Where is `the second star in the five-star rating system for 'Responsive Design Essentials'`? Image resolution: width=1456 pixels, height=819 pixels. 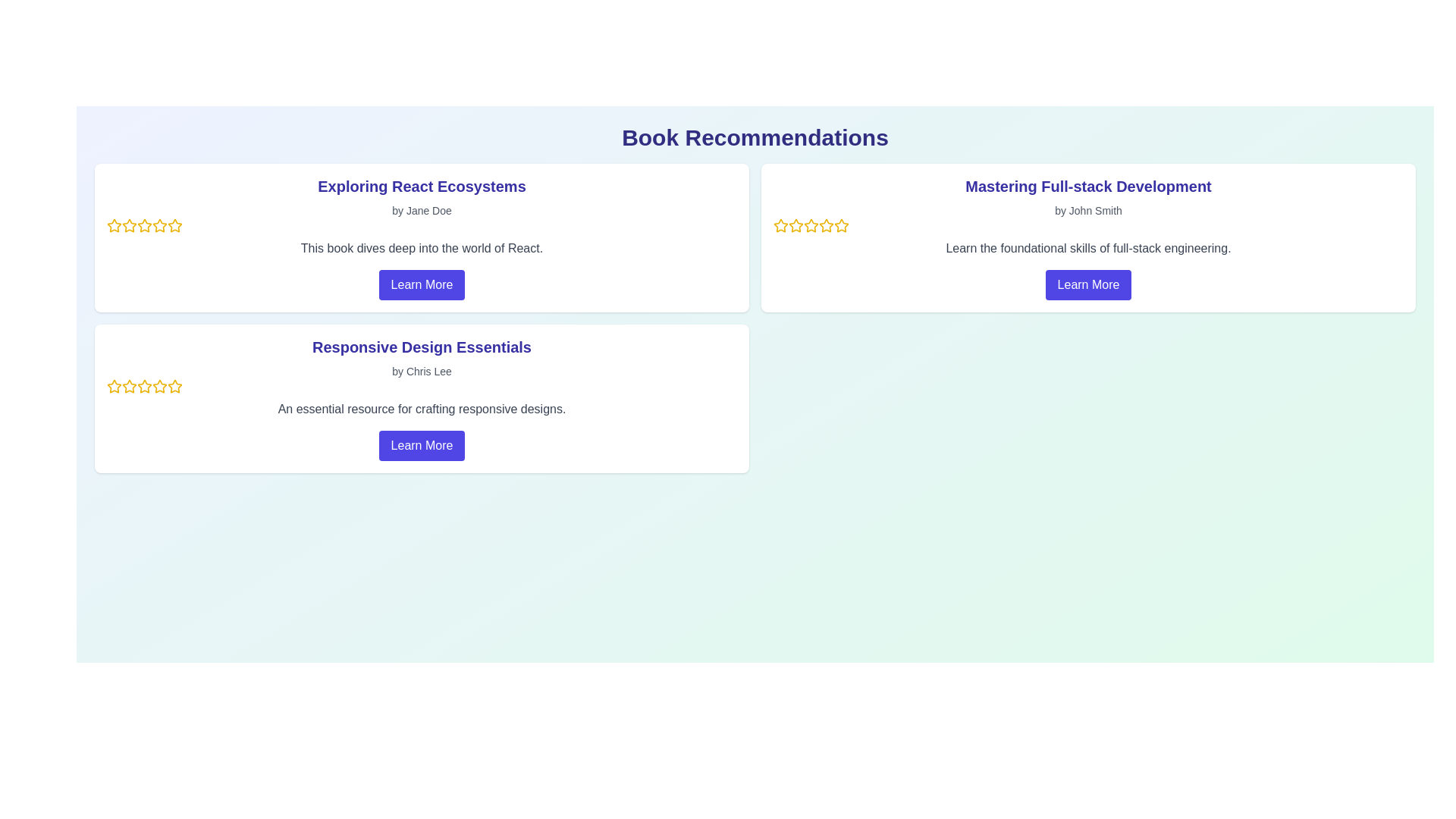
the second star in the five-star rating system for 'Responsive Design Essentials' is located at coordinates (145, 385).